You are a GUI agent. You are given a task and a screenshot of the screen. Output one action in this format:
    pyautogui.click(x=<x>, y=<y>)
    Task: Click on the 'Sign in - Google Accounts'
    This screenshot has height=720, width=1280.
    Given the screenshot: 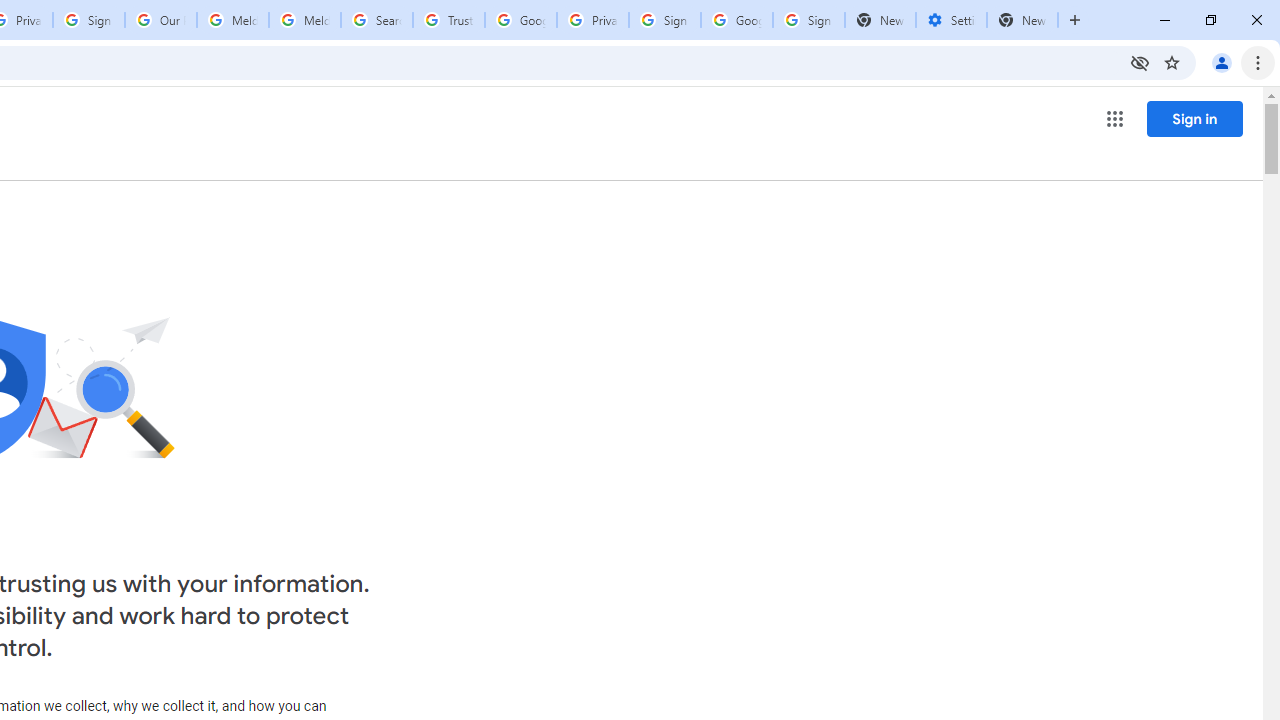 What is the action you would take?
    pyautogui.click(x=664, y=20)
    